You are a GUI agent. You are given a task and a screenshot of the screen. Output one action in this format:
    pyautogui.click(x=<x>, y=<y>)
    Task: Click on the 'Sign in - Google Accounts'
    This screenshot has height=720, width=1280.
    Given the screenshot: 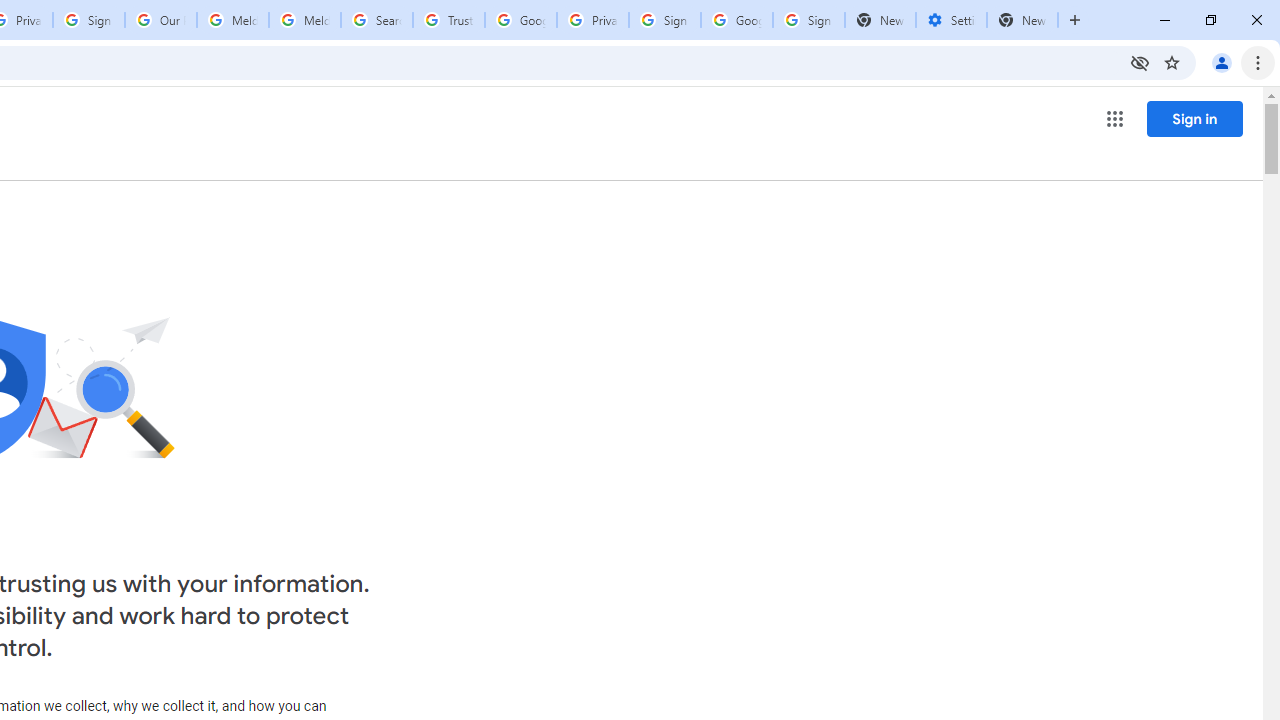 What is the action you would take?
    pyautogui.click(x=664, y=20)
    